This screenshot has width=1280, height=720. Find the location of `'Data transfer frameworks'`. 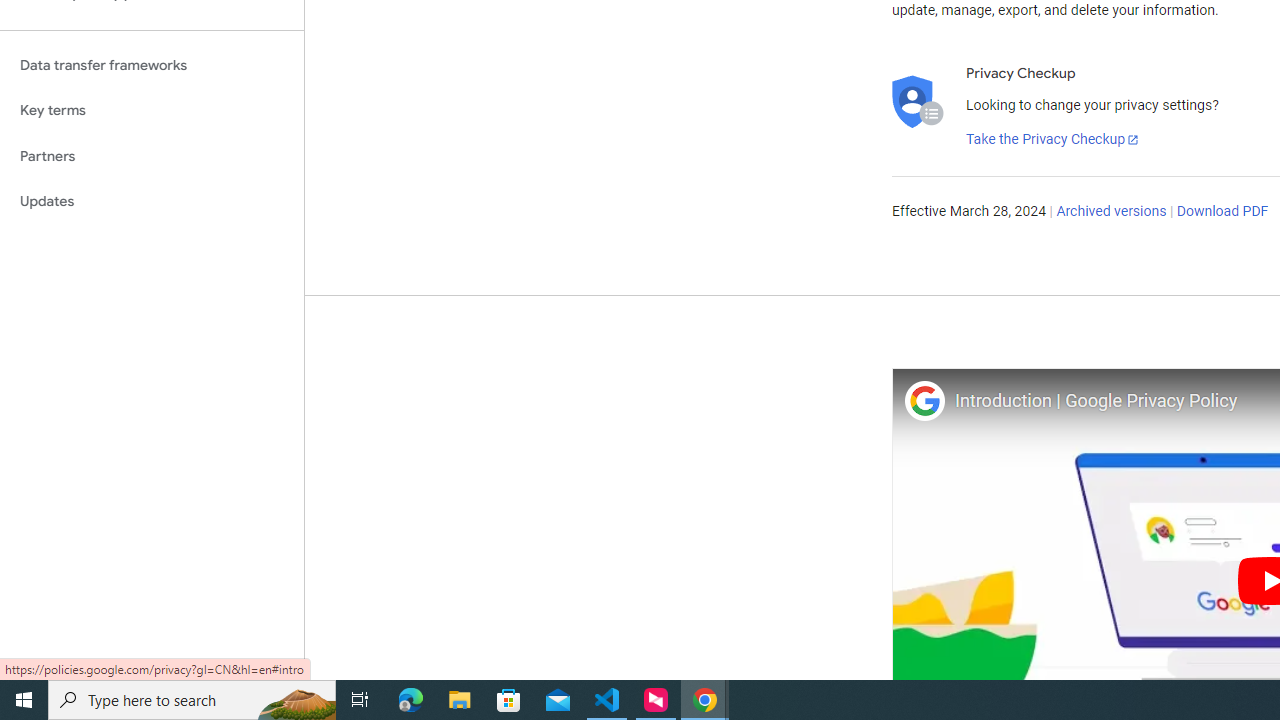

'Data transfer frameworks' is located at coordinates (151, 64).